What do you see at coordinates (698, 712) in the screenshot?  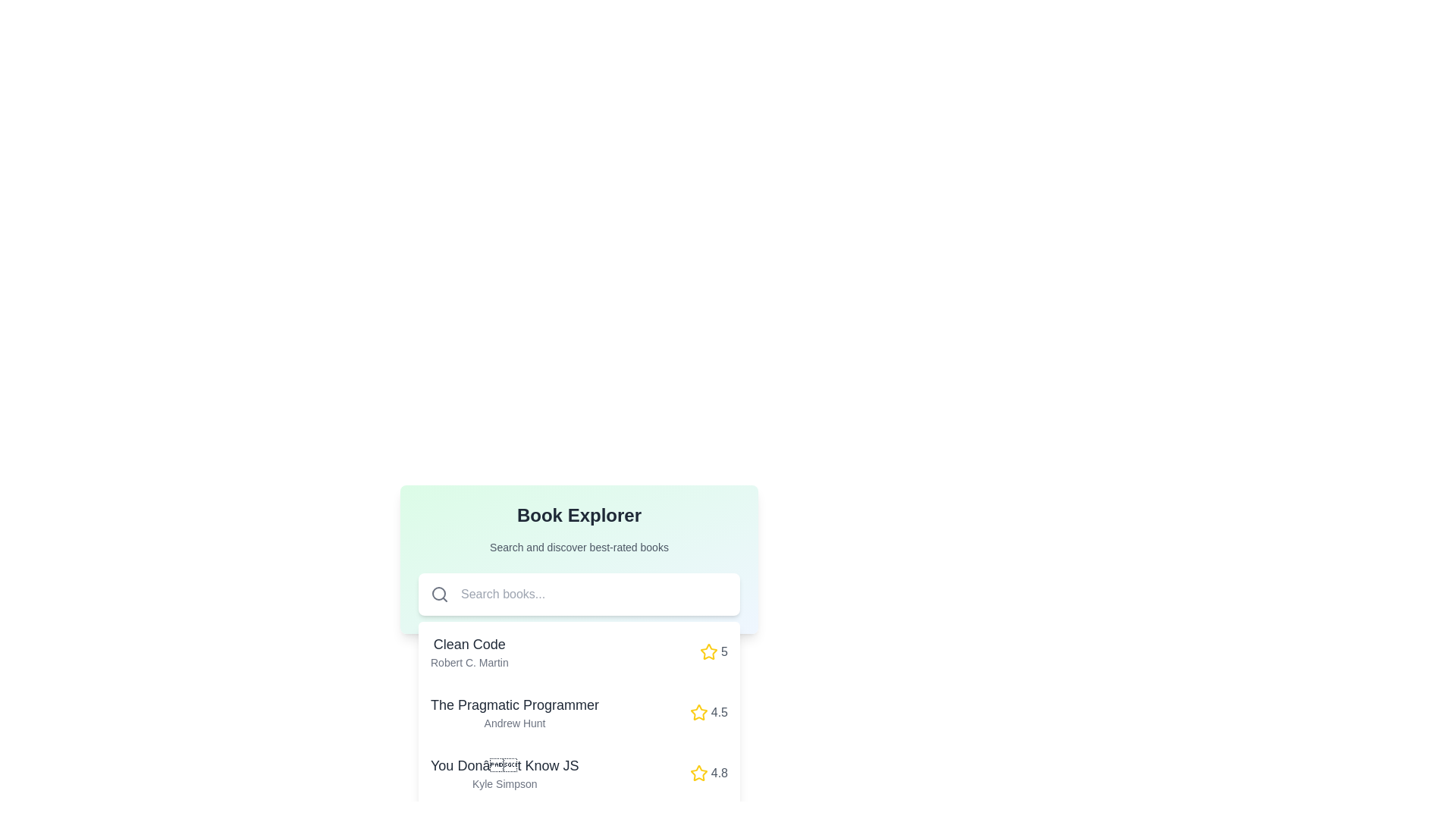 I see `the rating icon associated with the book 'The Pragmatic Programmer' by Andrew Hunt, which is located to the right of the bold red numerical rating '4.5'` at bounding box center [698, 712].